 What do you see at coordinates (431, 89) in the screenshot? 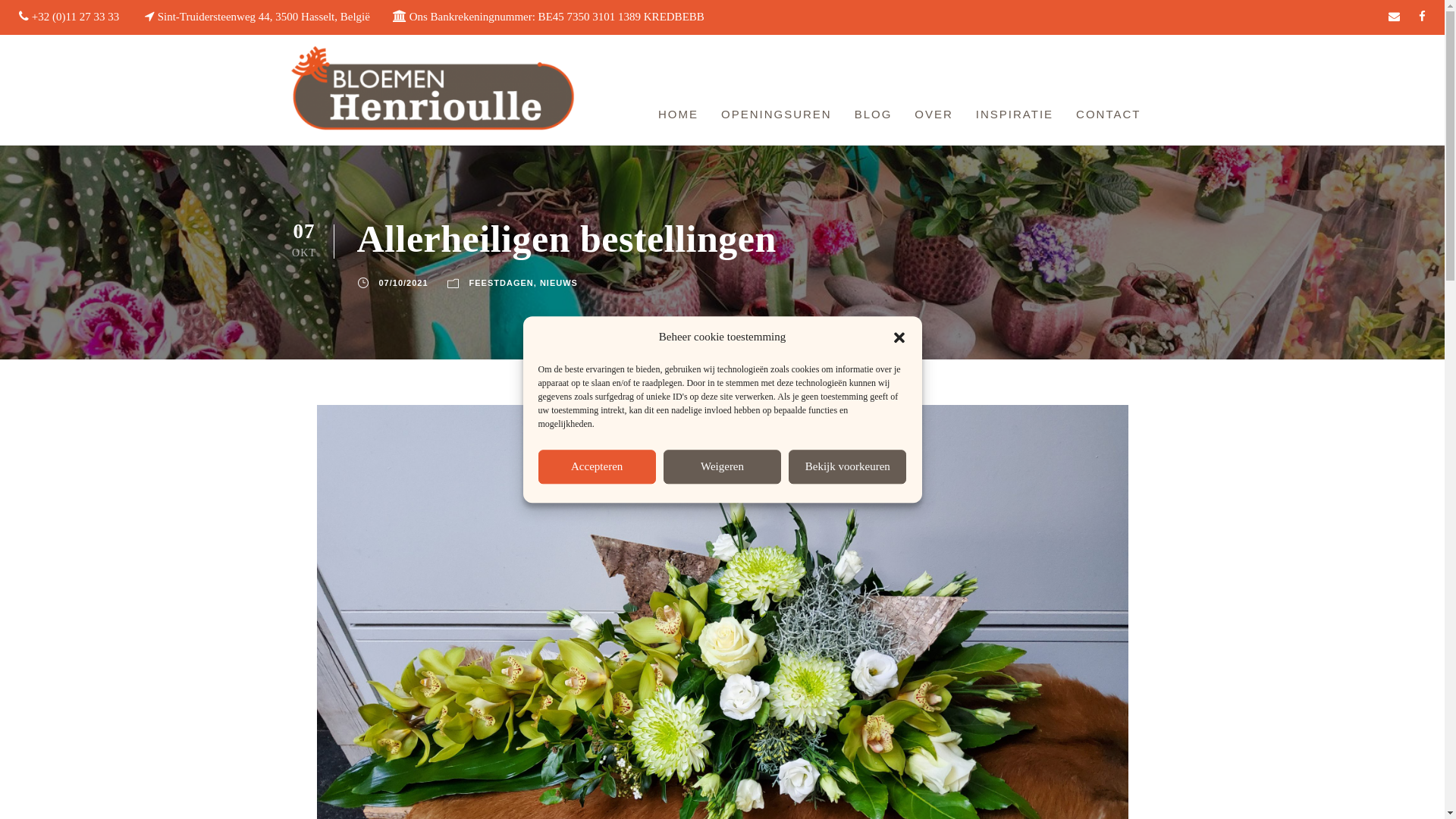
I see `'logo-henrioulle'` at bounding box center [431, 89].